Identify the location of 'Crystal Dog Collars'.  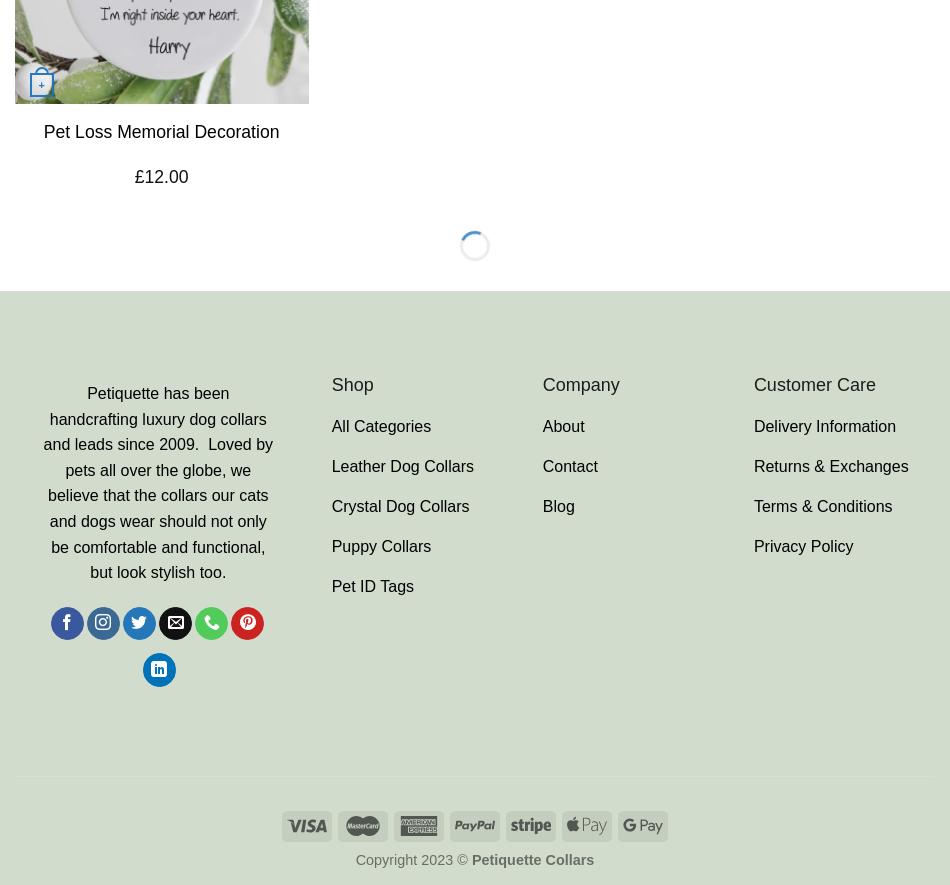
(399, 505).